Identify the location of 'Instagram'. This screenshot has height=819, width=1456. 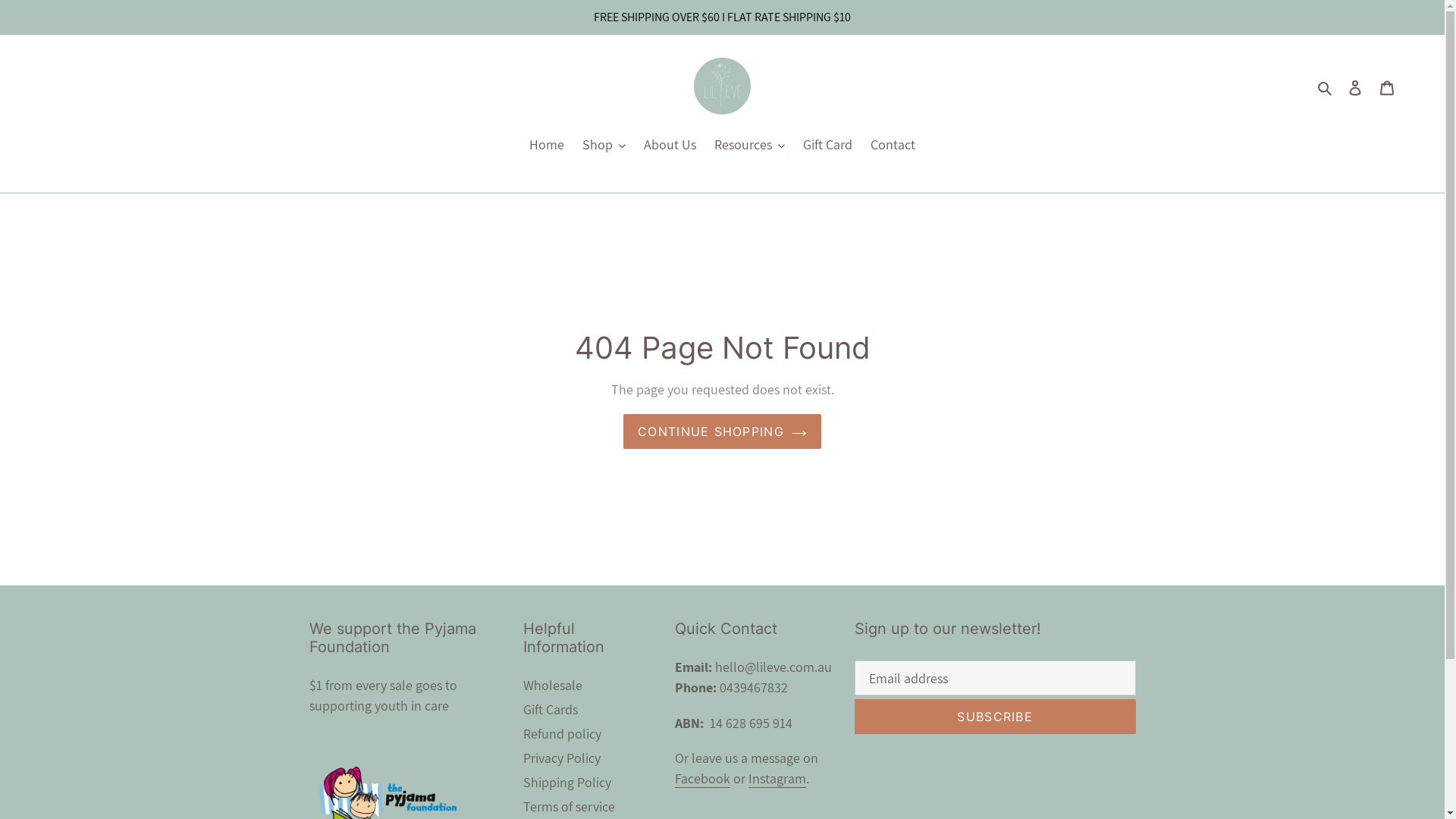
(777, 778).